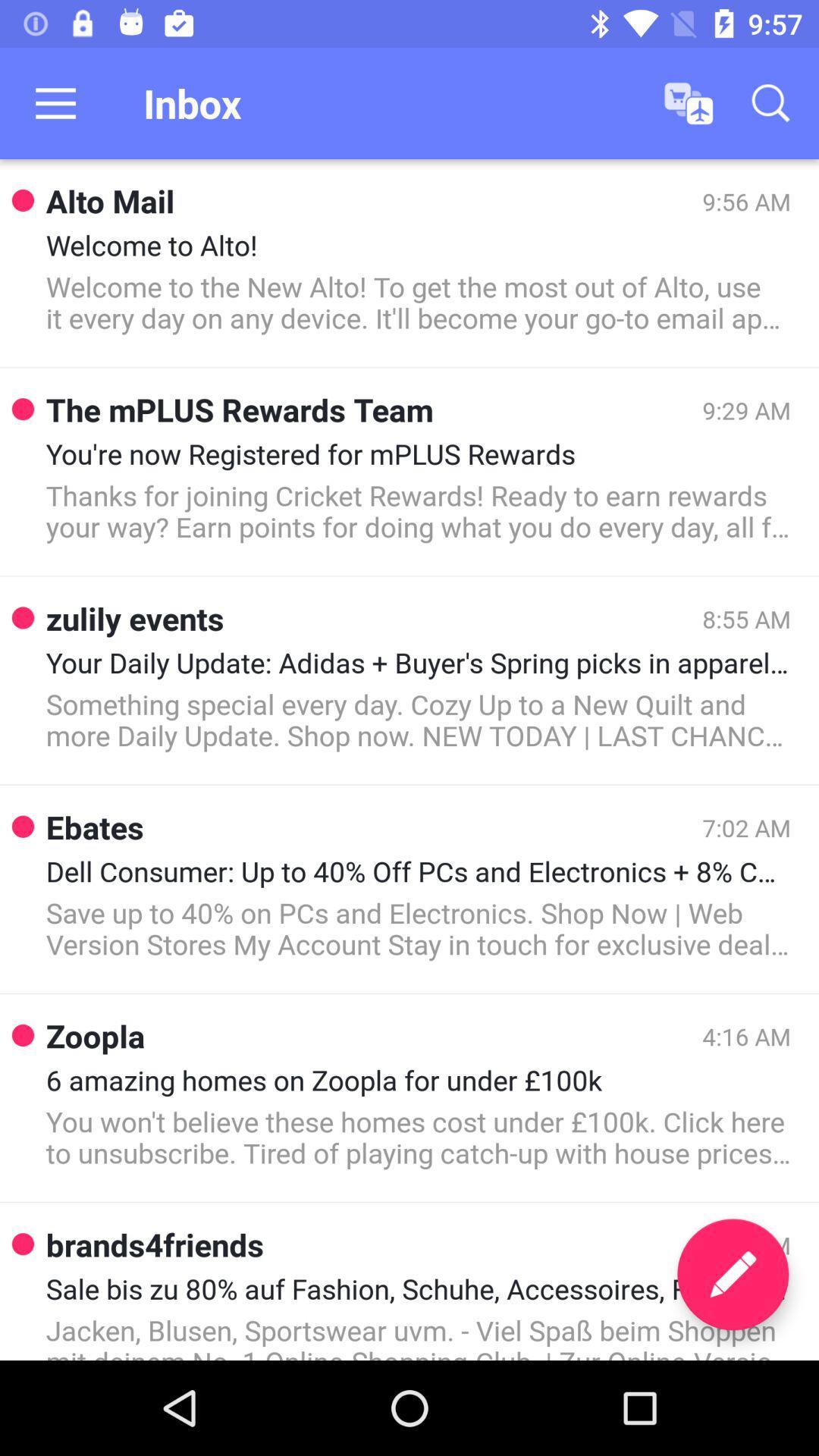 The width and height of the screenshot is (819, 1456). What do you see at coordinates (732, 1274) in the screenshot?
I see `the edit icon` at bounding box center [732, 1274].